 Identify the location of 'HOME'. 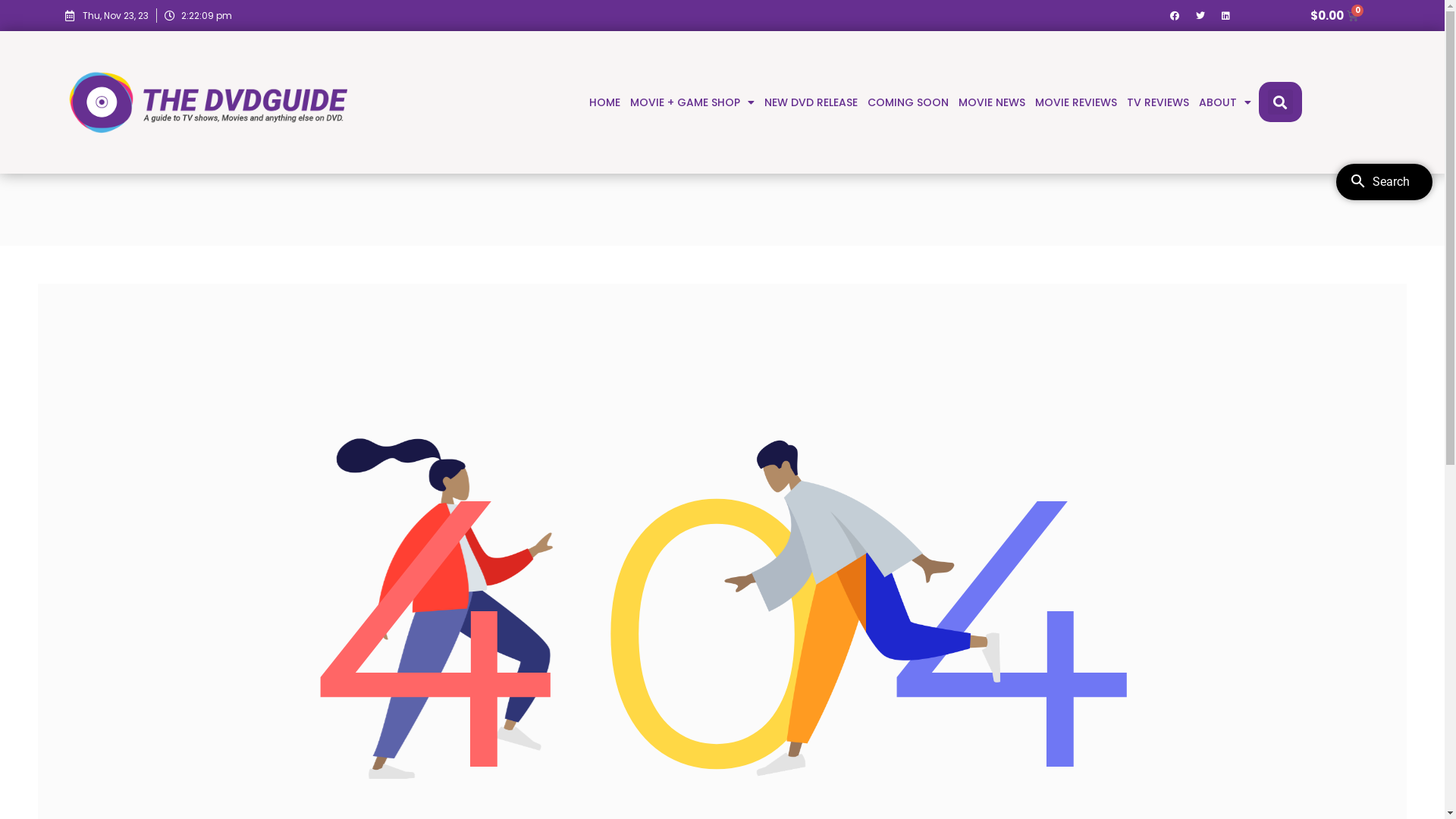
(604, 102).